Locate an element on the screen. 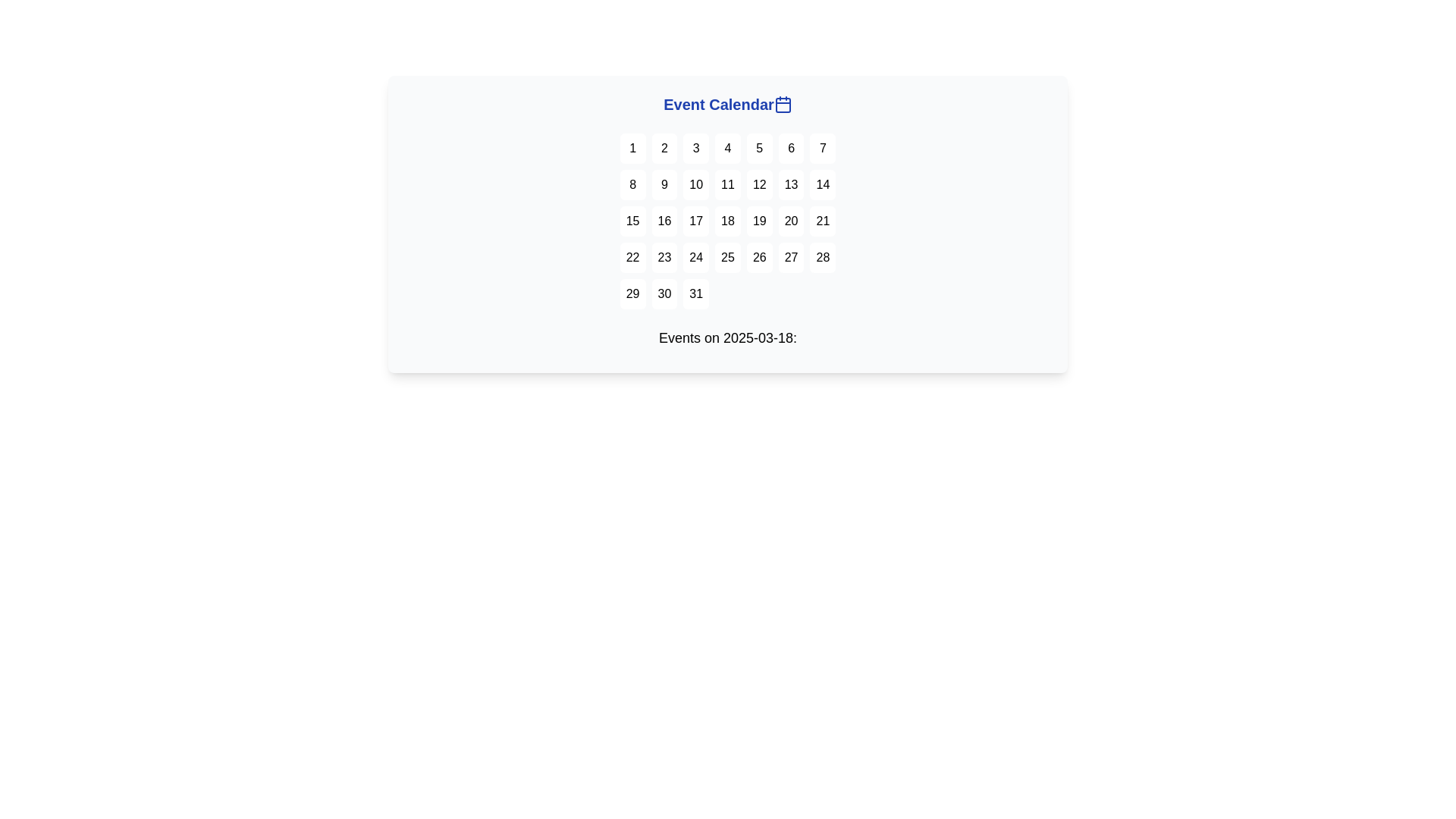 This screenshot has width=1456, height=819. the Text label that serves as the title for the event calendar interface, located at the top of the main content area, aligned with a calendar icon to its right is located at coordinates (717, 104).